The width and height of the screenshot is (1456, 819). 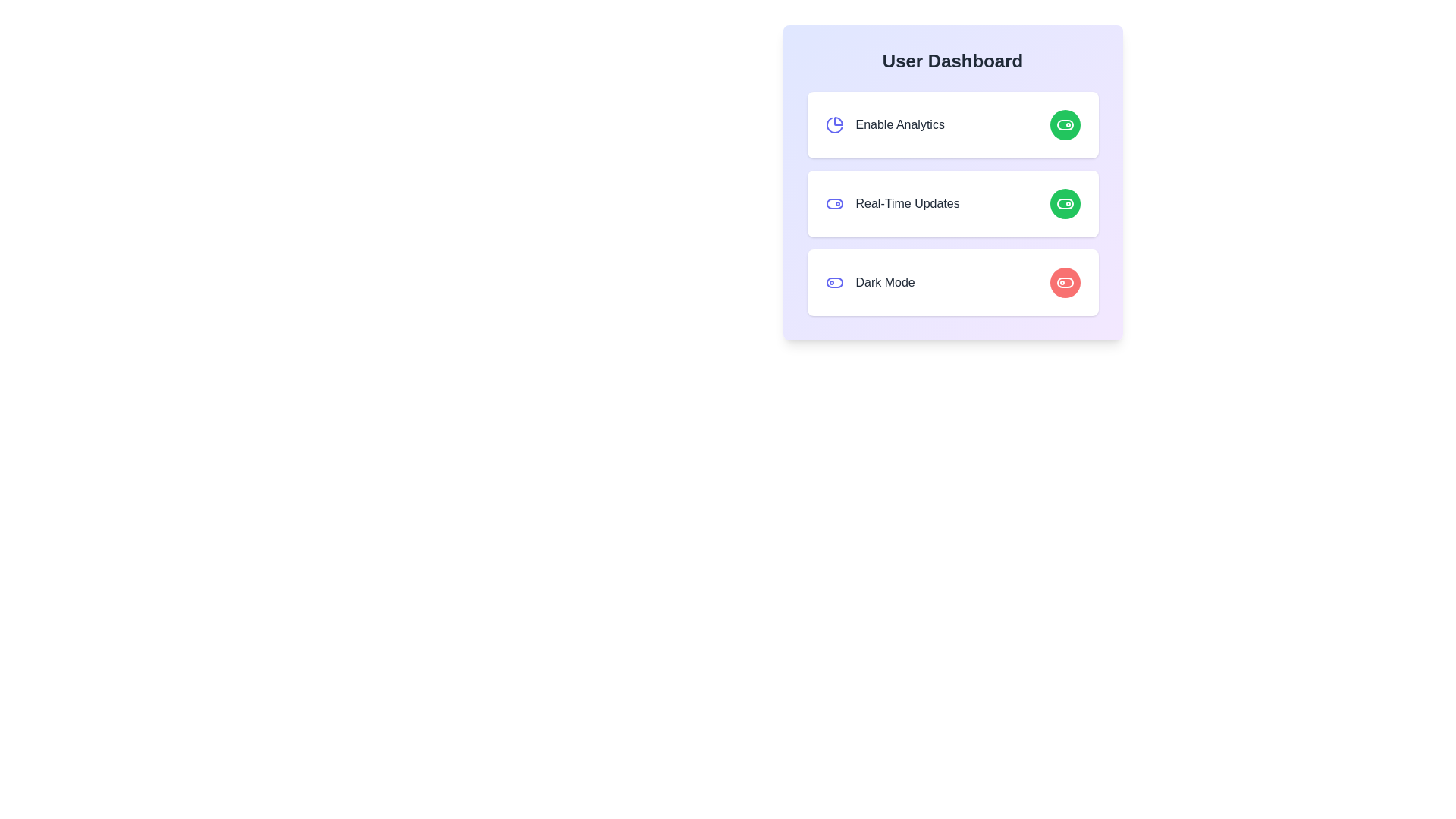 What do you see at coordinates (1064, 203) in the screenshot?
I see `the toggle button located at the bottom-right corner of the 'Real-Time Updates' option in the 'User Dashboard' card` at bounding box center [1064, 203].